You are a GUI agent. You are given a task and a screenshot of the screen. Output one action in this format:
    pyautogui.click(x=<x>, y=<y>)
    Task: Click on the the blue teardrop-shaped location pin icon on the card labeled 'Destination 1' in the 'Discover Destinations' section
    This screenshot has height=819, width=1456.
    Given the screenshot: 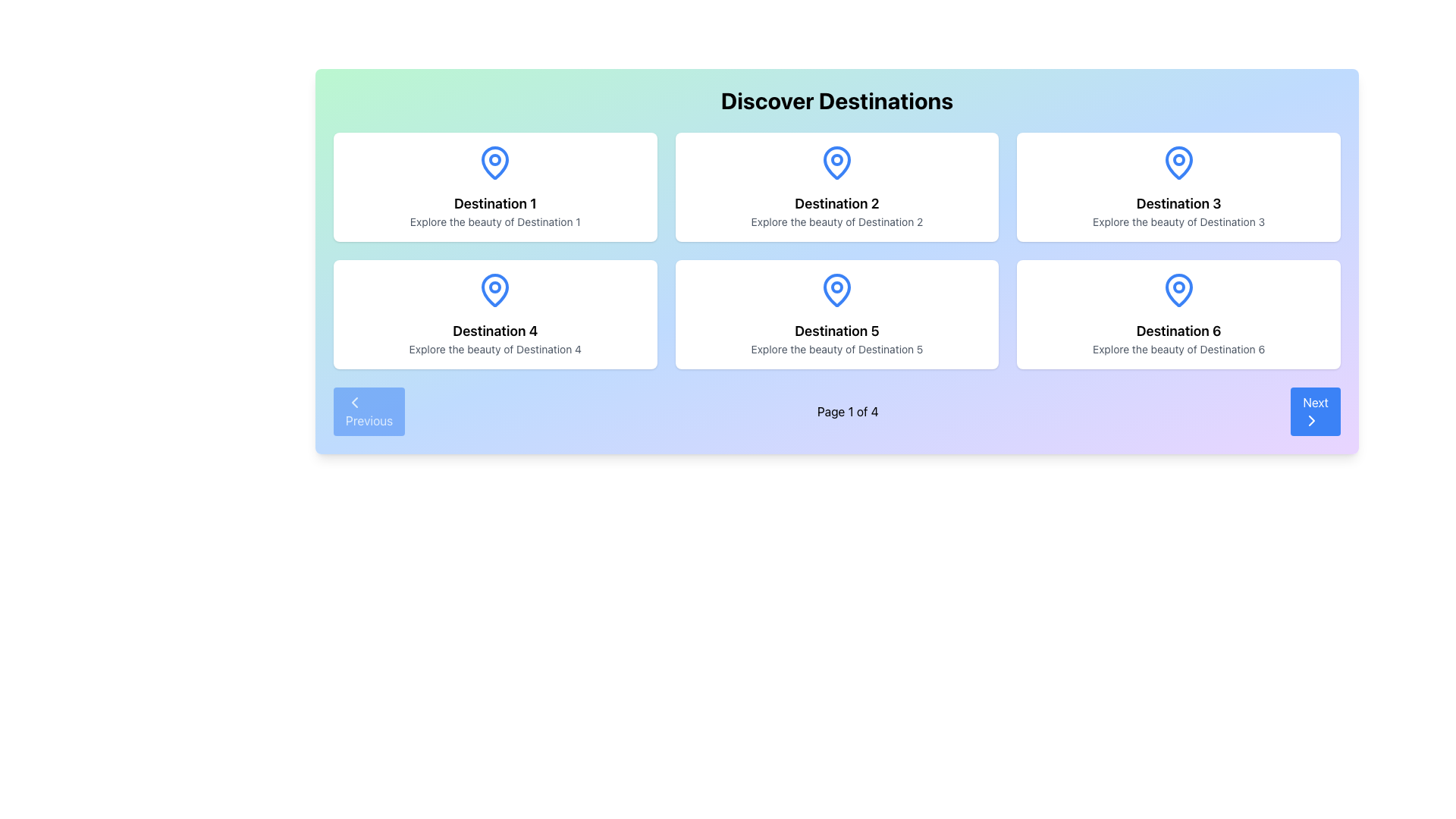 What is the action you would take?
    pyautogui.click(x=495, y=163)
    